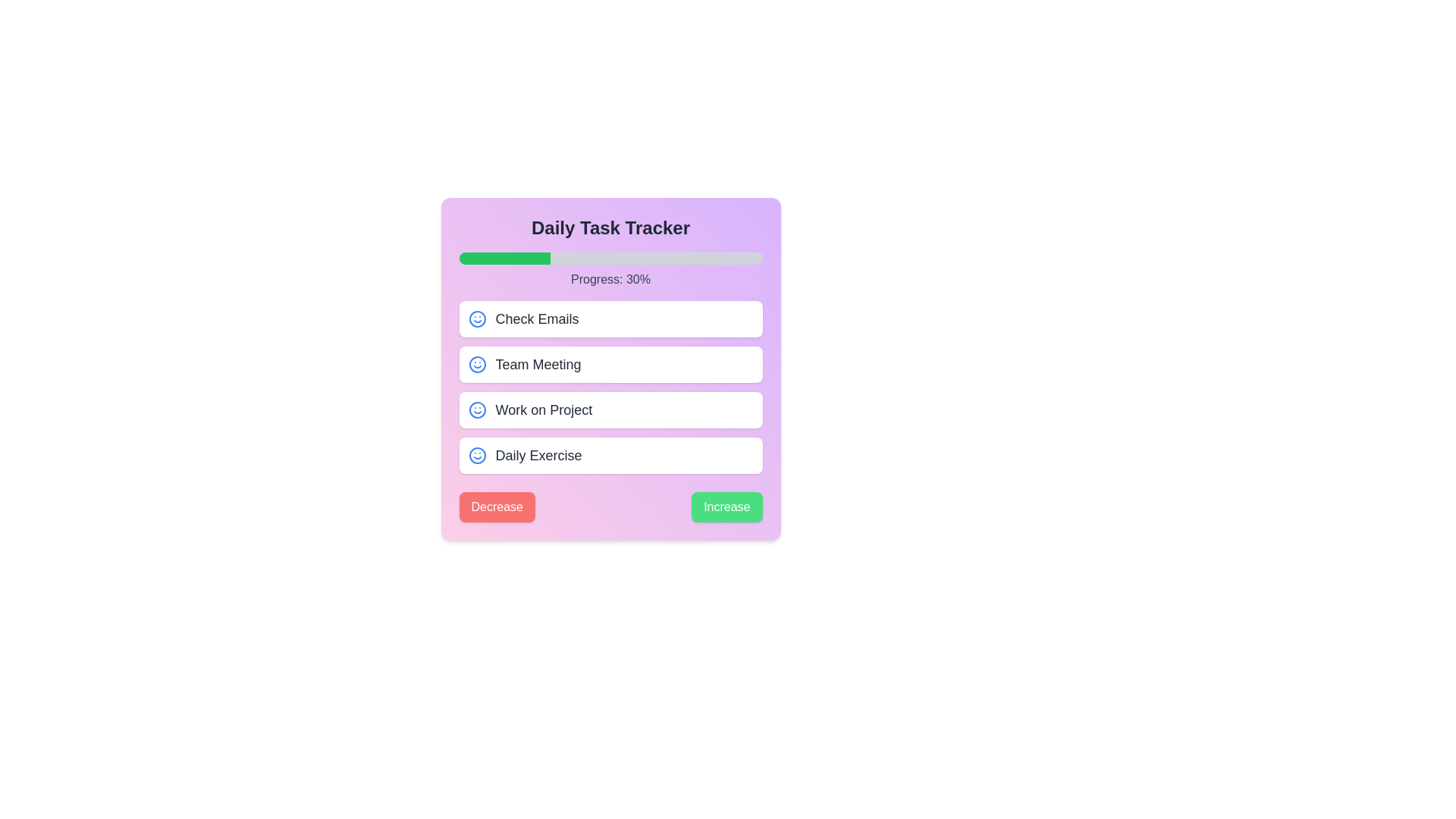 The image size is (1456, 819). What do you see at coordinates (537, 318) in the screenshot?
I see `the 'Check Emails' text label, which is styled with a medium-sized gray font and is the first item in a vertically stacked list within a task tracker interface` at bounding box center [537, 318].